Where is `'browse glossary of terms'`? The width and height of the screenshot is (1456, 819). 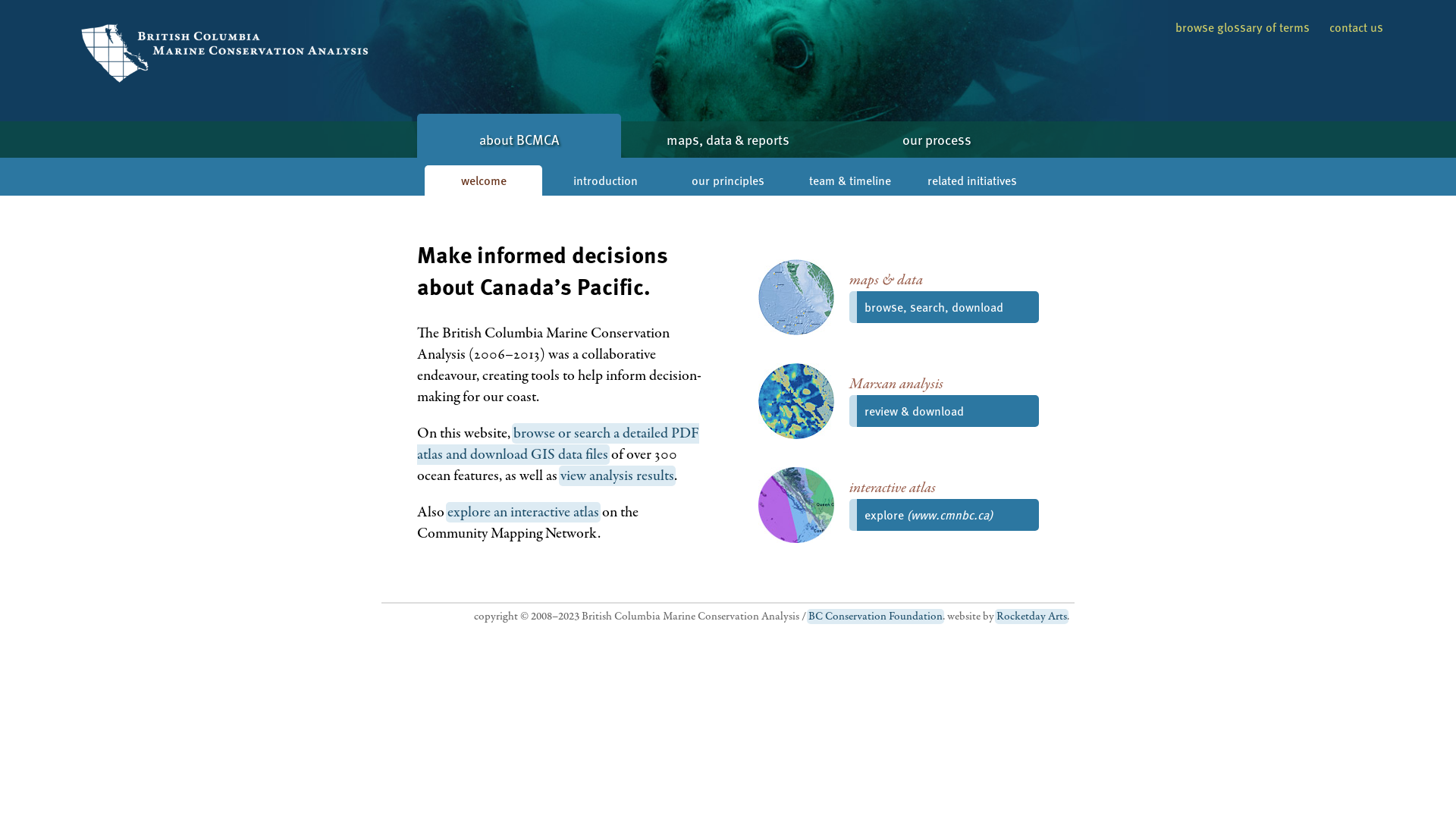 'browse glossary of terms' is located at coordinates (1242, 27).